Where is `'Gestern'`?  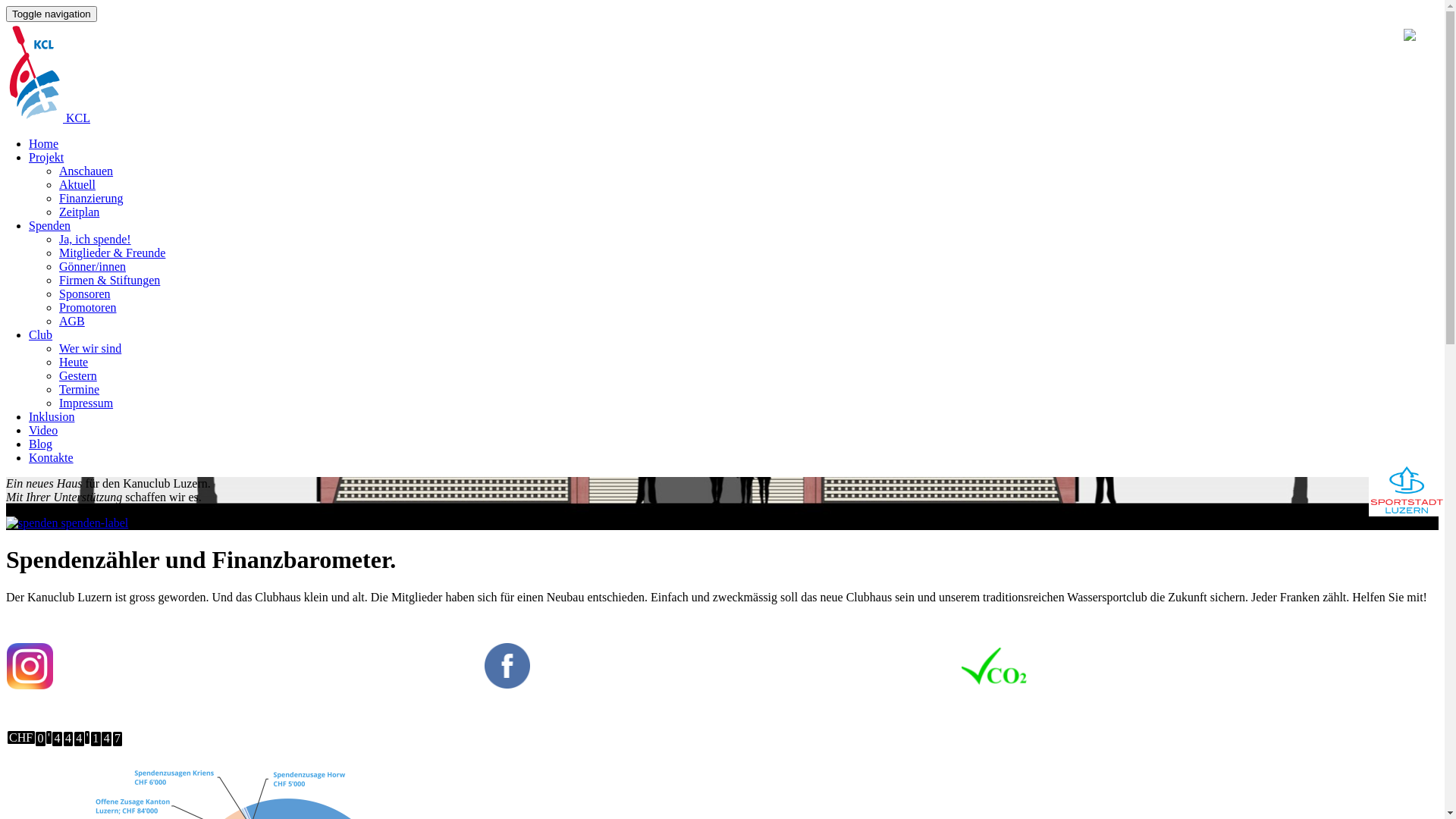
'Gestern' is located at coordinates (58, 375).